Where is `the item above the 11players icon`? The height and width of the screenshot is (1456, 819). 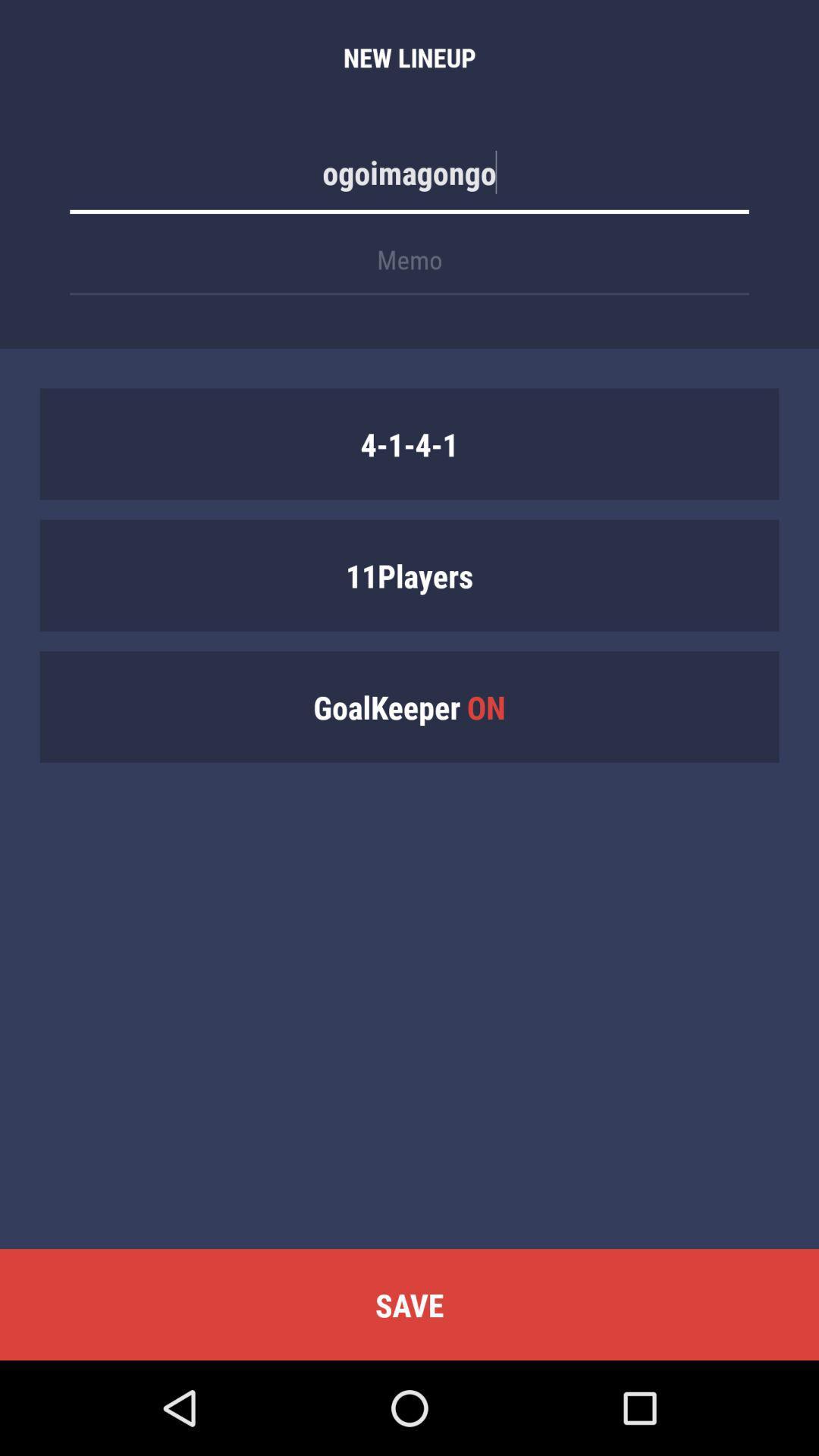 the item above the 11players icon is located at coordinates (409, 443).